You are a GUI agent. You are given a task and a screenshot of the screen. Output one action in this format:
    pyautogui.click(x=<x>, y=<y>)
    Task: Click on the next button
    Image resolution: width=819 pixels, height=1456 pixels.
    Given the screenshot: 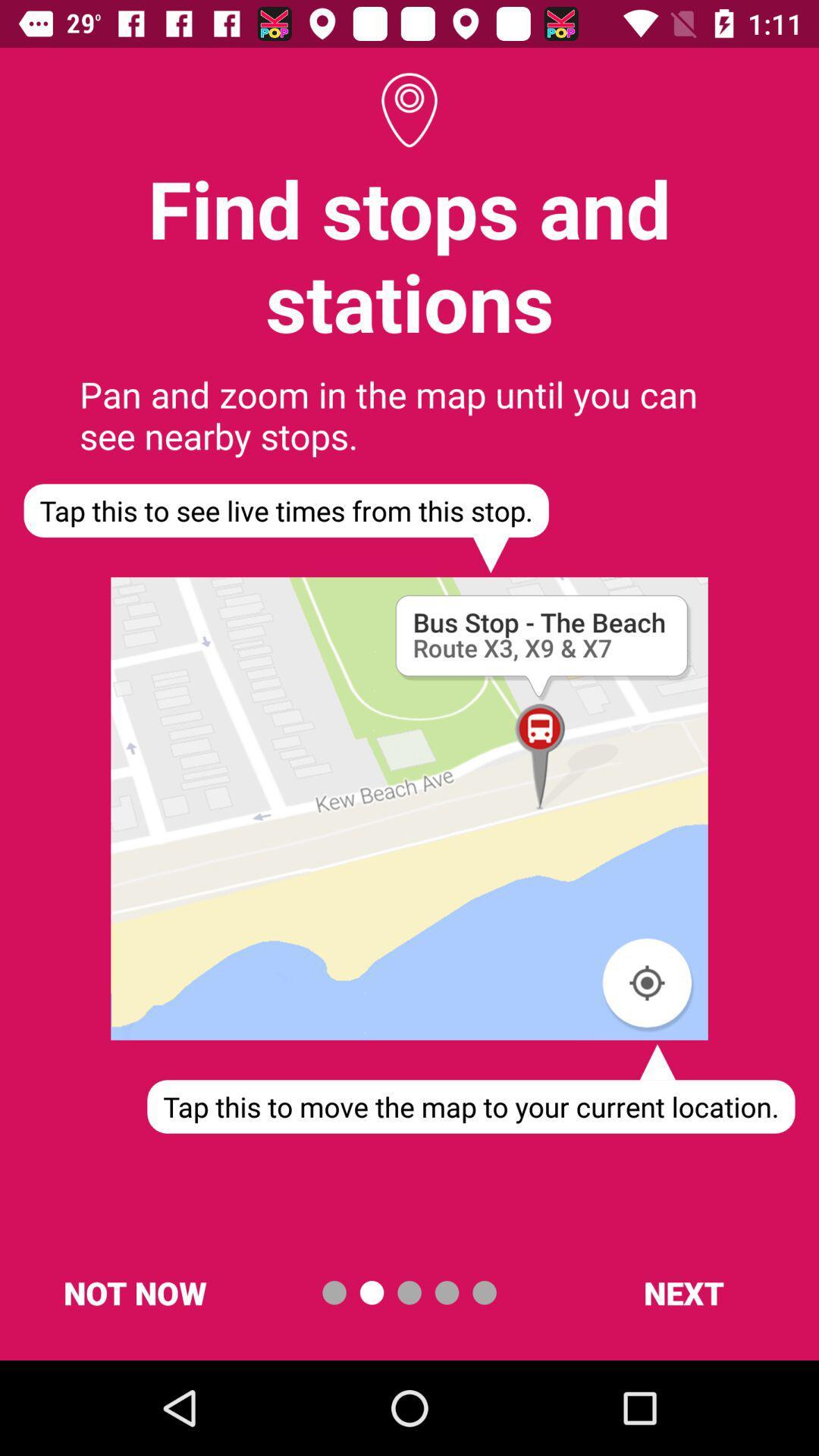 What is the action you would take?
    pyautogui.click(x=683, y=1291)
    